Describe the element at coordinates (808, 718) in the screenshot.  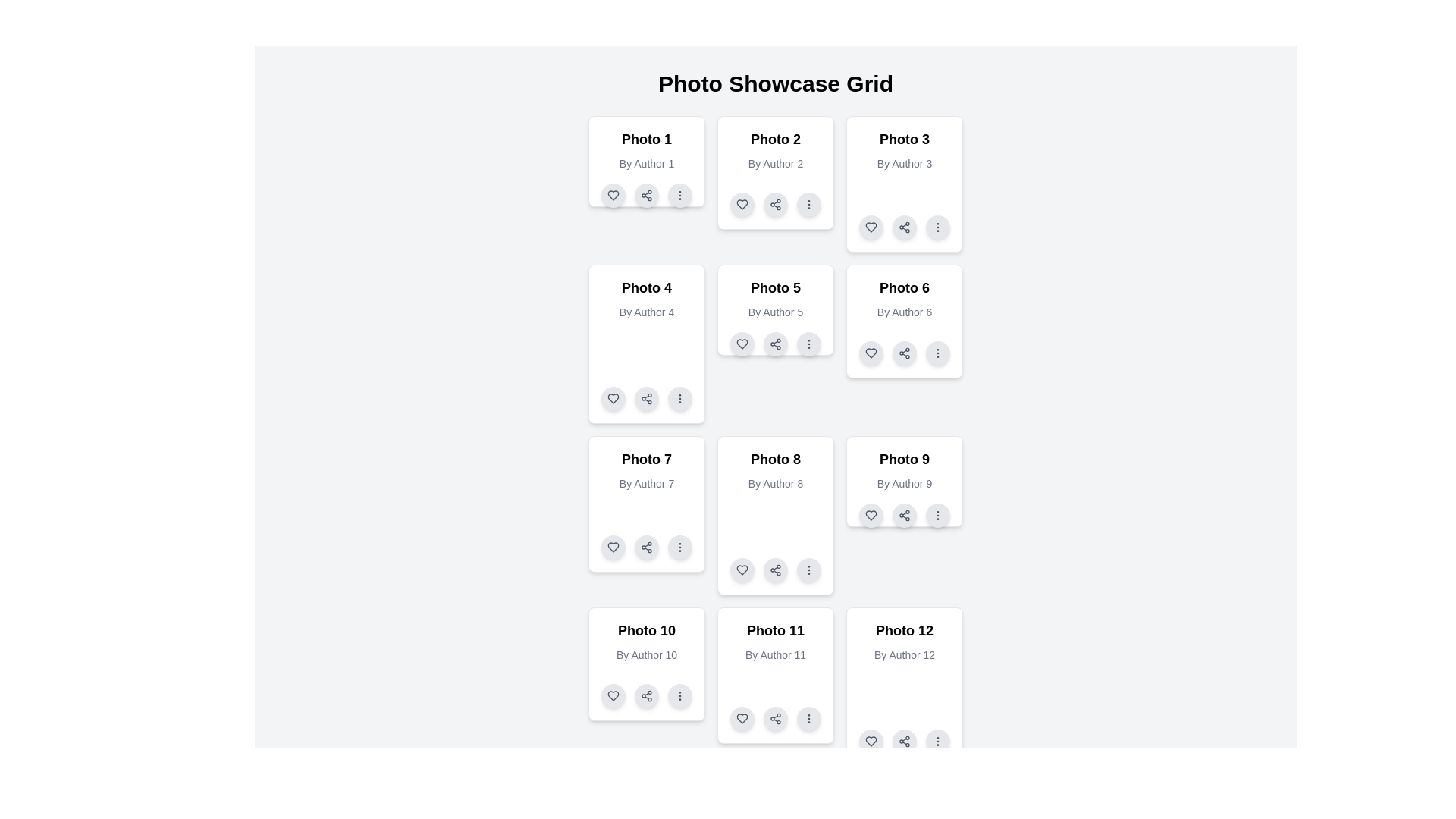
I see `the vertical ellipsis icon located at the bottom-right corner of the 'Photo 11 By Author 11' card` at that location.